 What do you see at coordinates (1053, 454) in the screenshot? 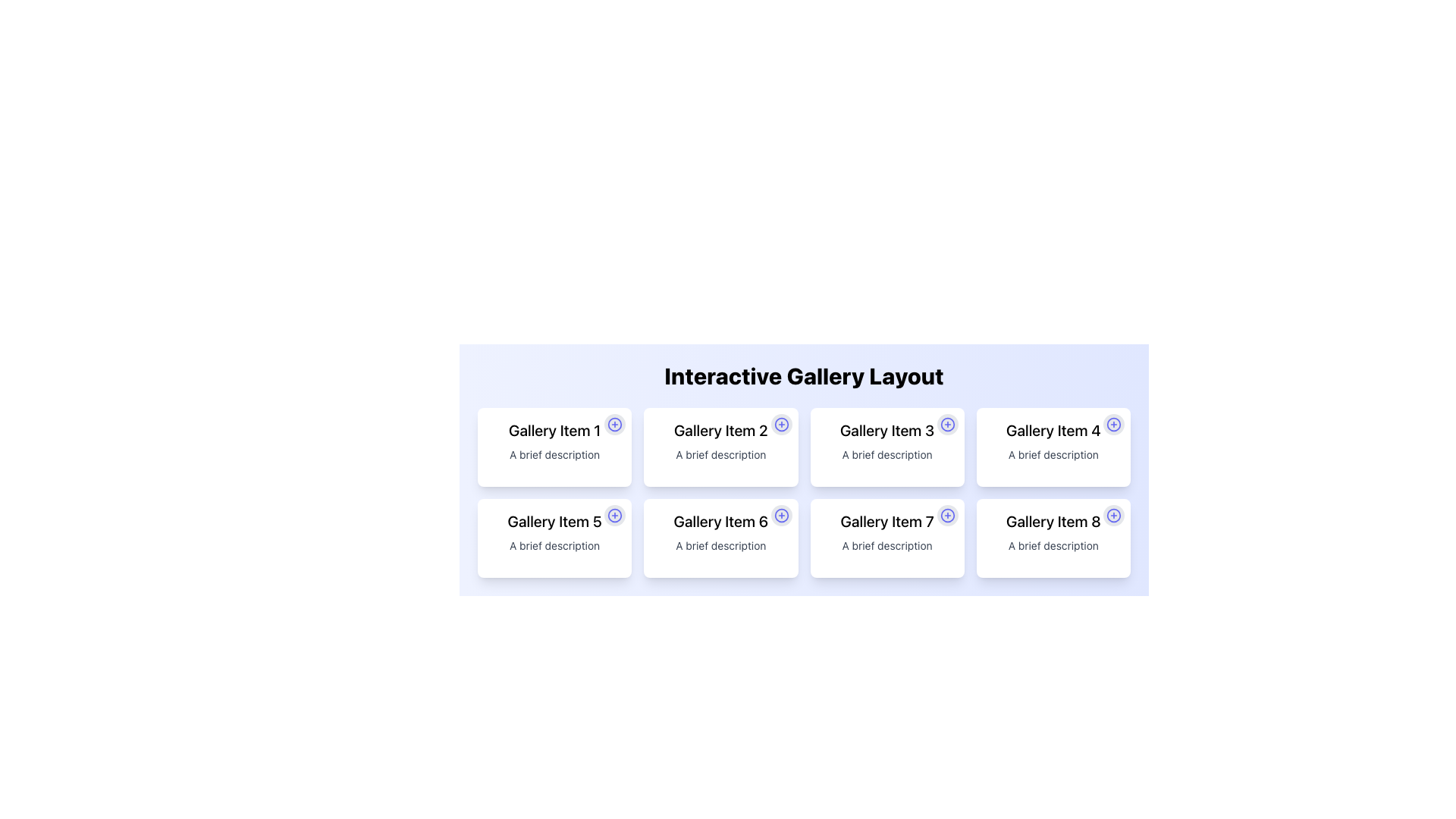
I see `the static text label providing additional information for 'Gallery Item 4', located below the title and above the plus icon` at bounding box center [1053, 454].